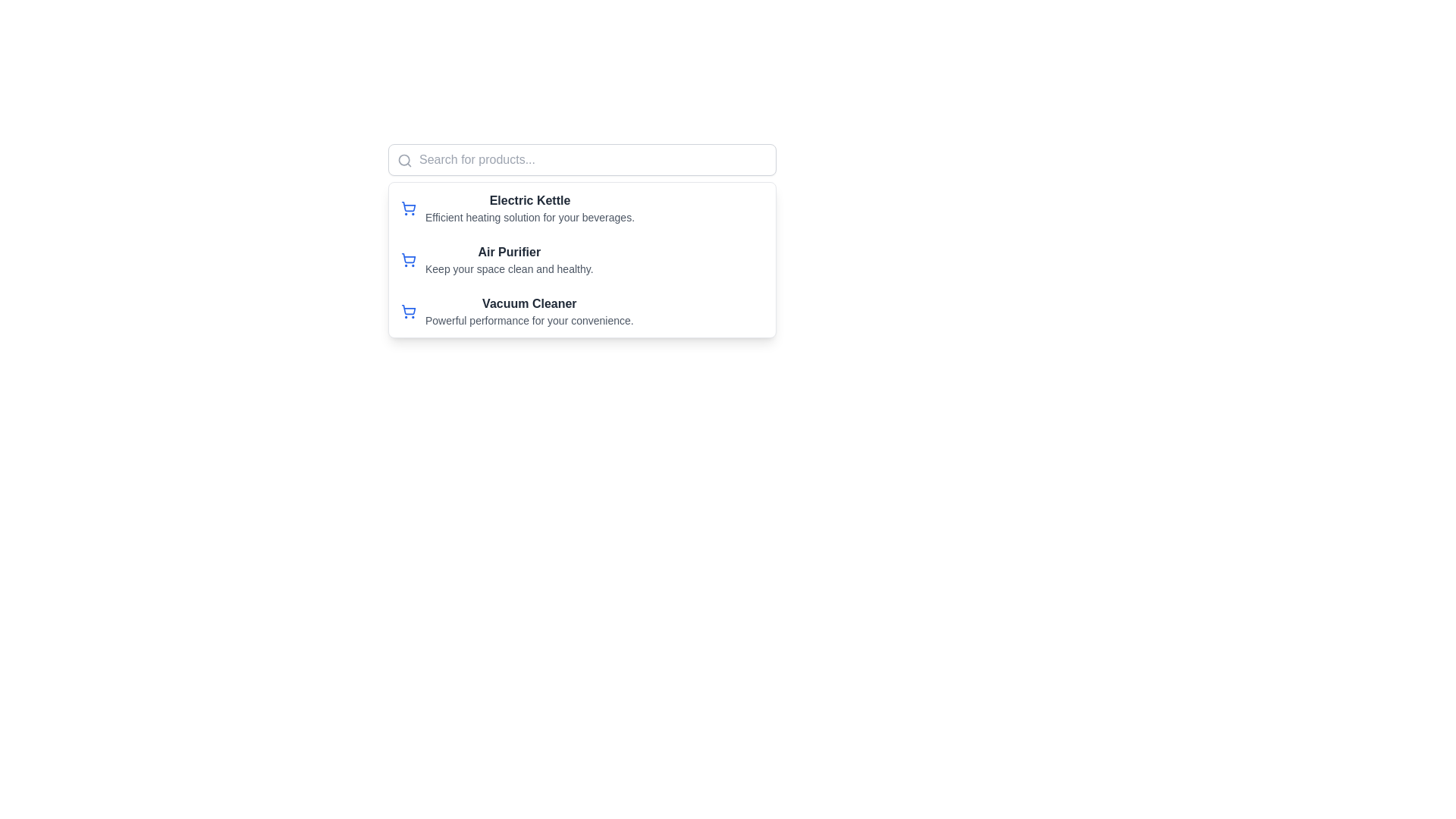  Describe the element at coordinates (529, 304) in the screenshot. I see `the product name text label located as the primary heading within the third item of a list, positioned below 'Air Purifier' and above its descriptive text` at that location.